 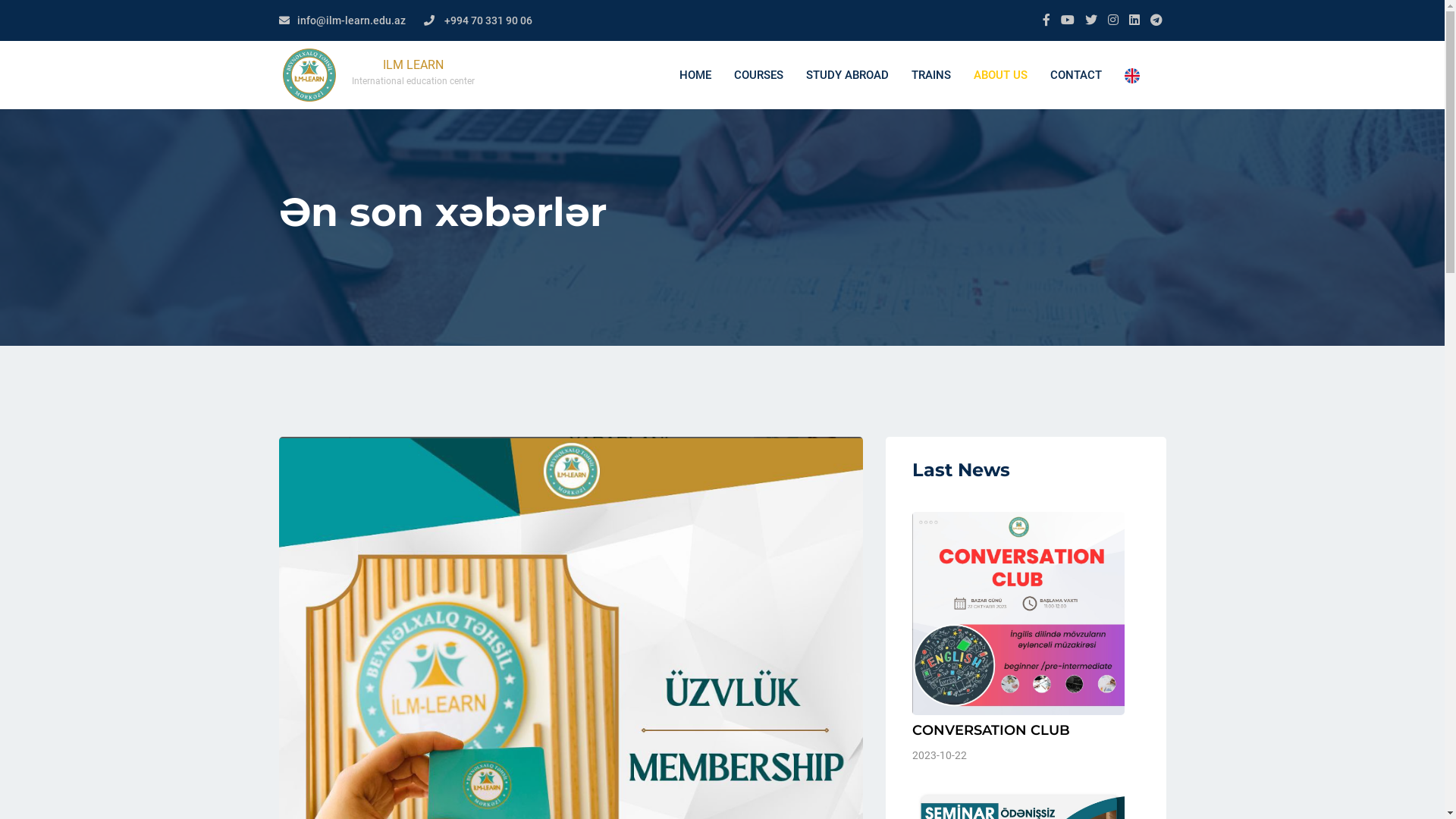 What do you see at coordinates (694, 75) in the screenshot?
I see `'HOME'` at bounding box center [694, 75].